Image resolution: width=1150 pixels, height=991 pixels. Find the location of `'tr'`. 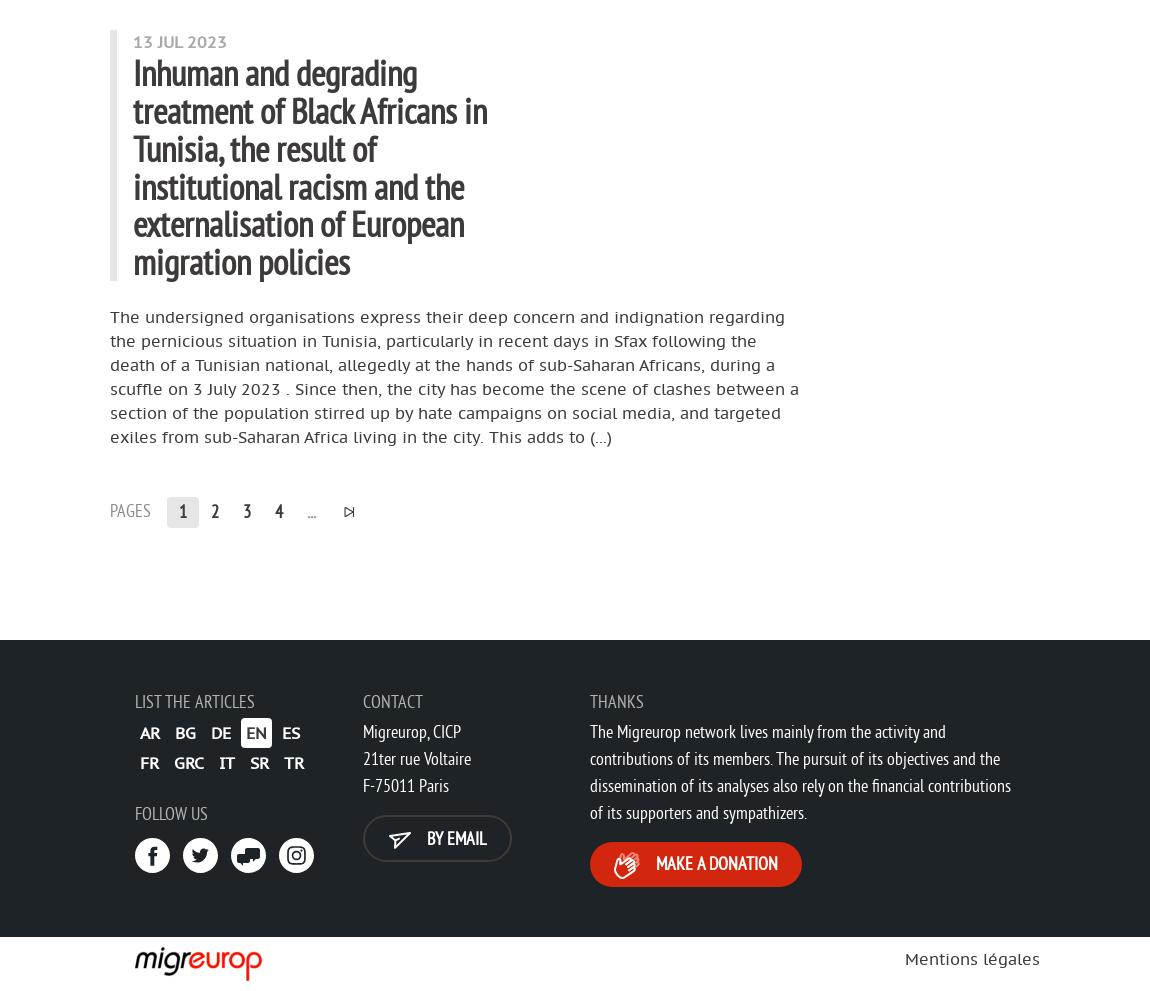

'tr' is located at coordinates (294, 760).